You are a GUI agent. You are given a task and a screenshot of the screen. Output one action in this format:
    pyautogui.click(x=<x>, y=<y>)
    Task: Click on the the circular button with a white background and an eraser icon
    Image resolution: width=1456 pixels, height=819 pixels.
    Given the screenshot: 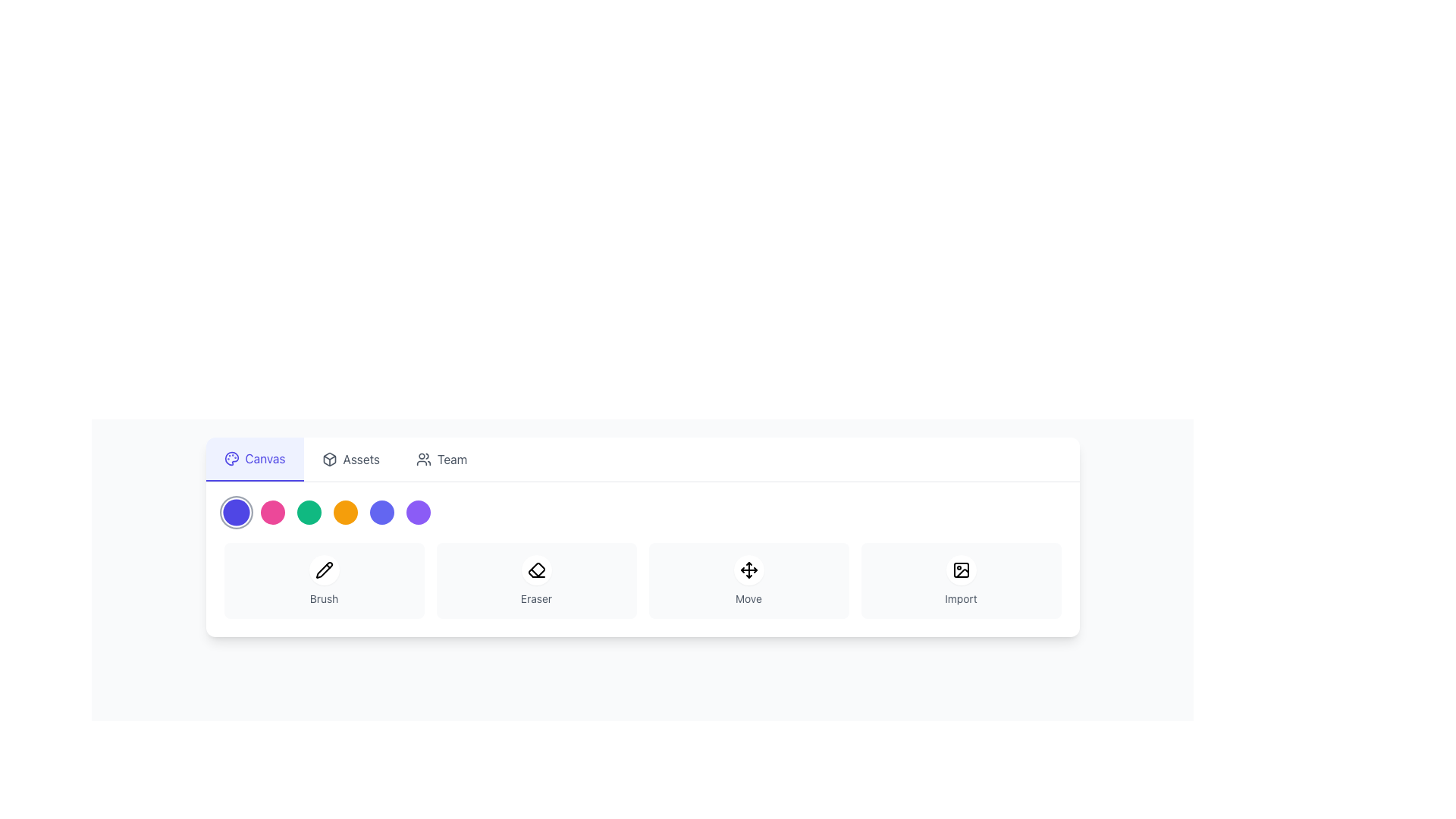 What is the action you would take?
    pyautogui.click(x=536, y=570)
    